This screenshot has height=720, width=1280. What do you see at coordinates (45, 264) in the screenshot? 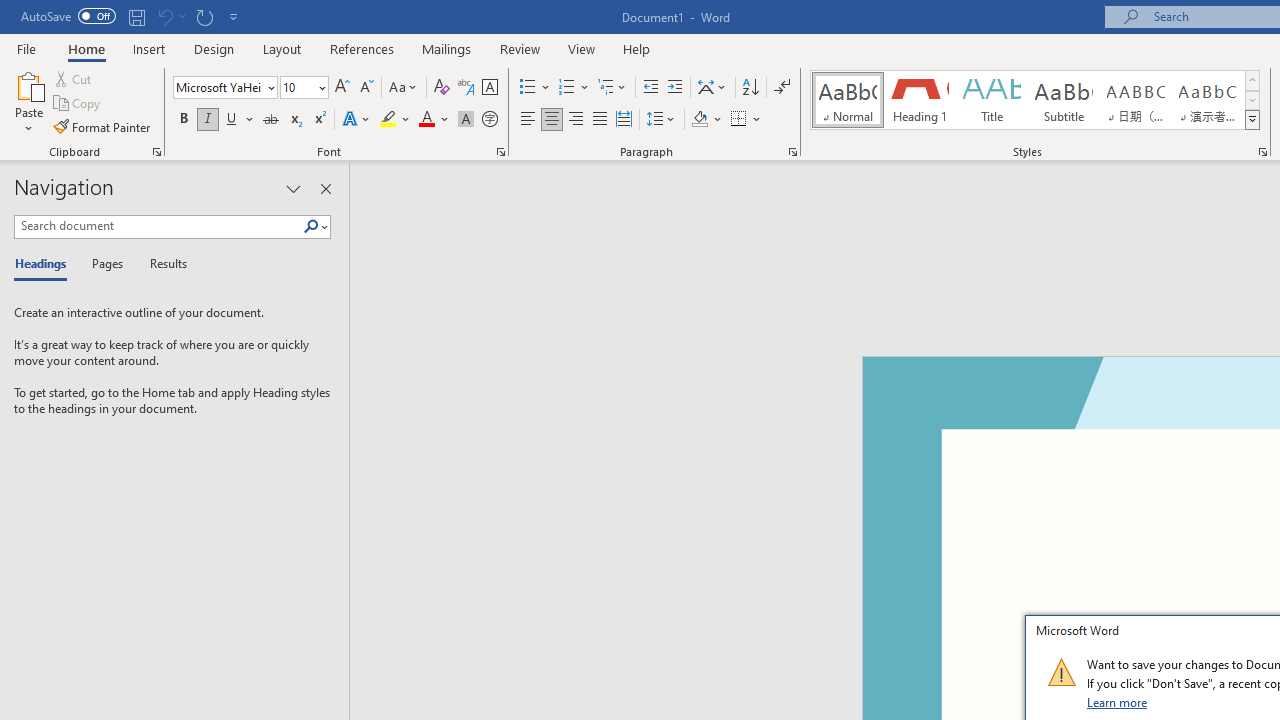
I see `'Headings'` at bounding box center [45, 264].